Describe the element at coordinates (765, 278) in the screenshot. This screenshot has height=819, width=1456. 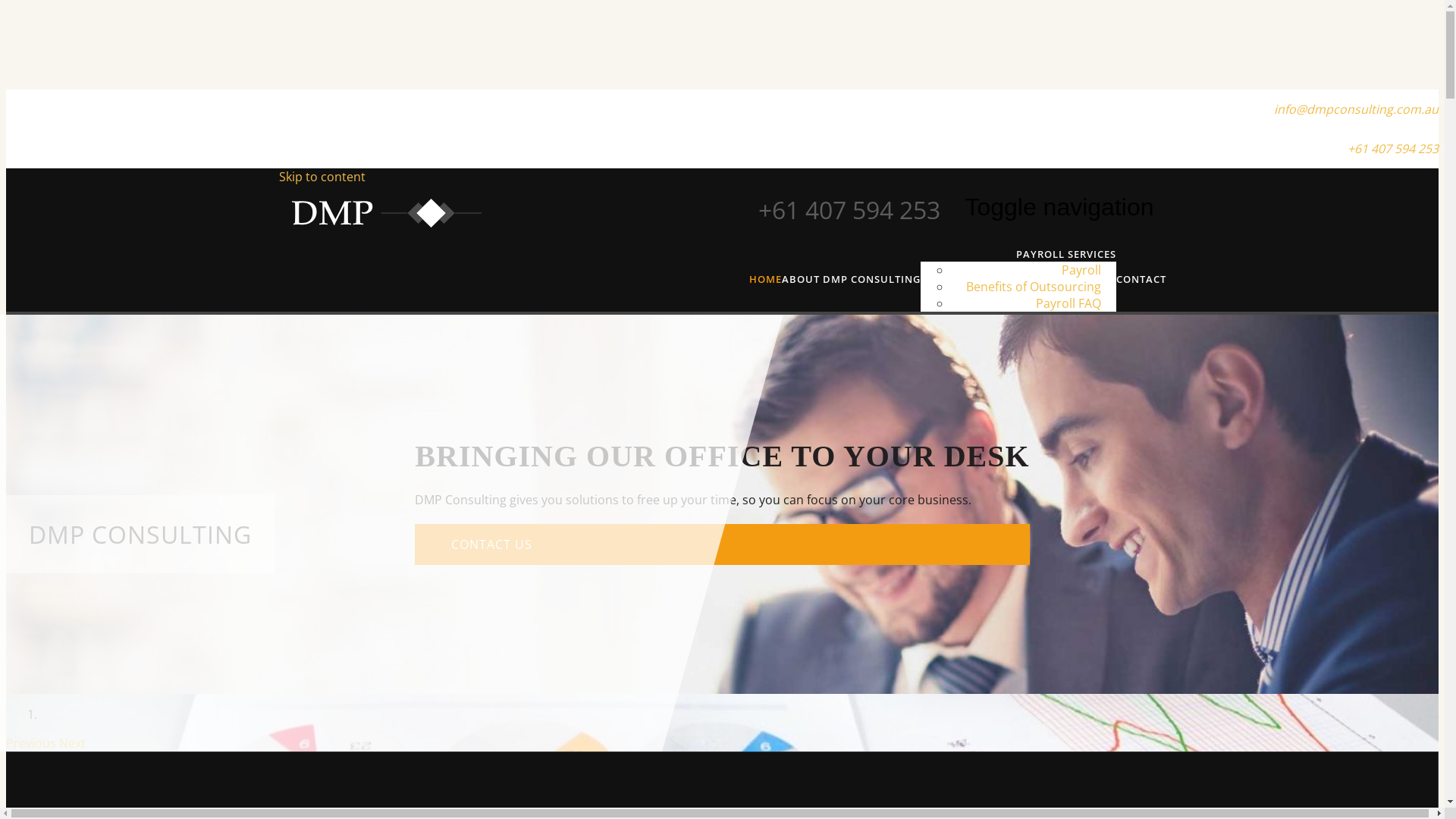
I see `'HOME'` at that location.